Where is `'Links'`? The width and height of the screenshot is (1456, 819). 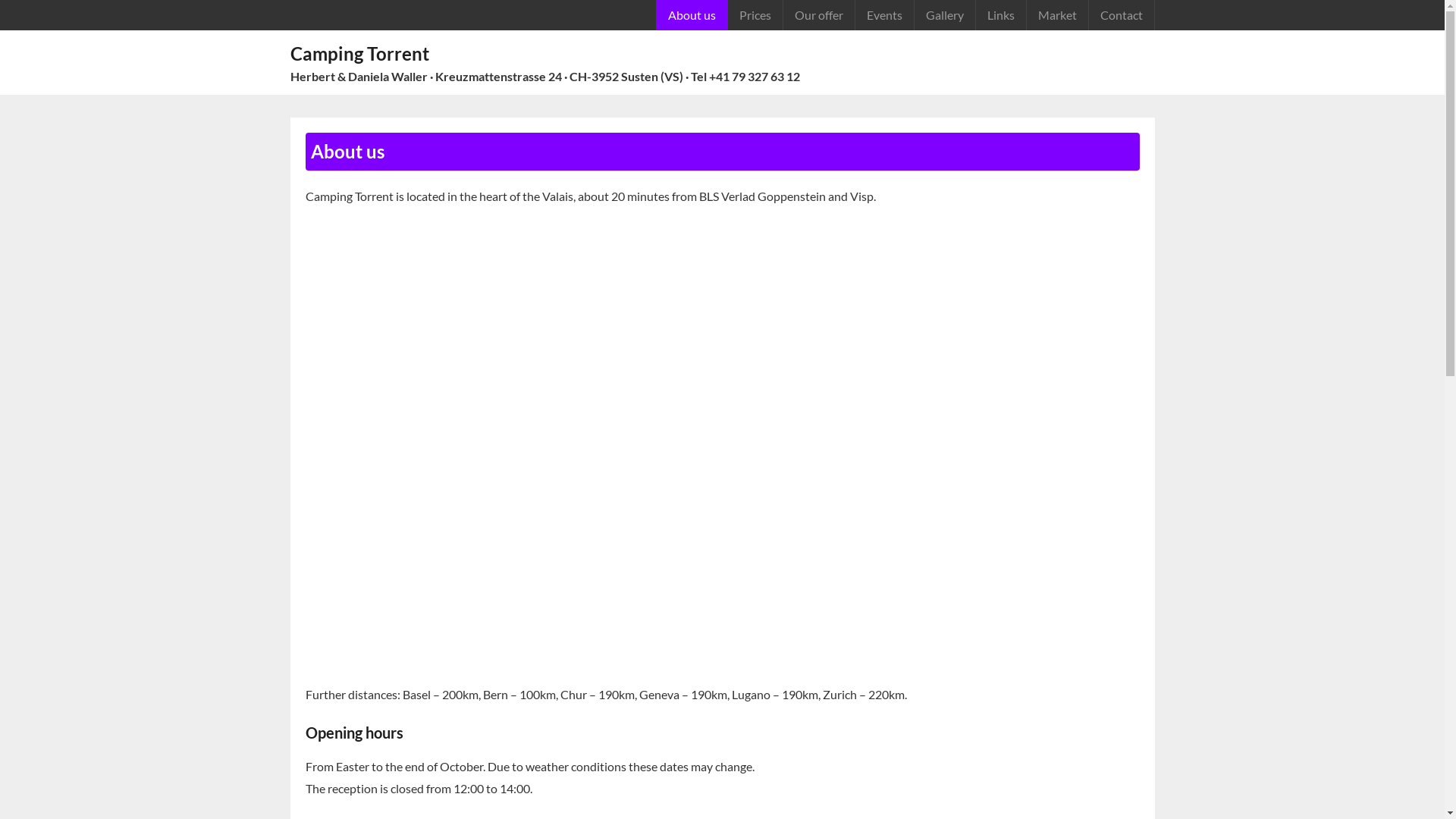 'Links' is located at coordinates (1000, 14).